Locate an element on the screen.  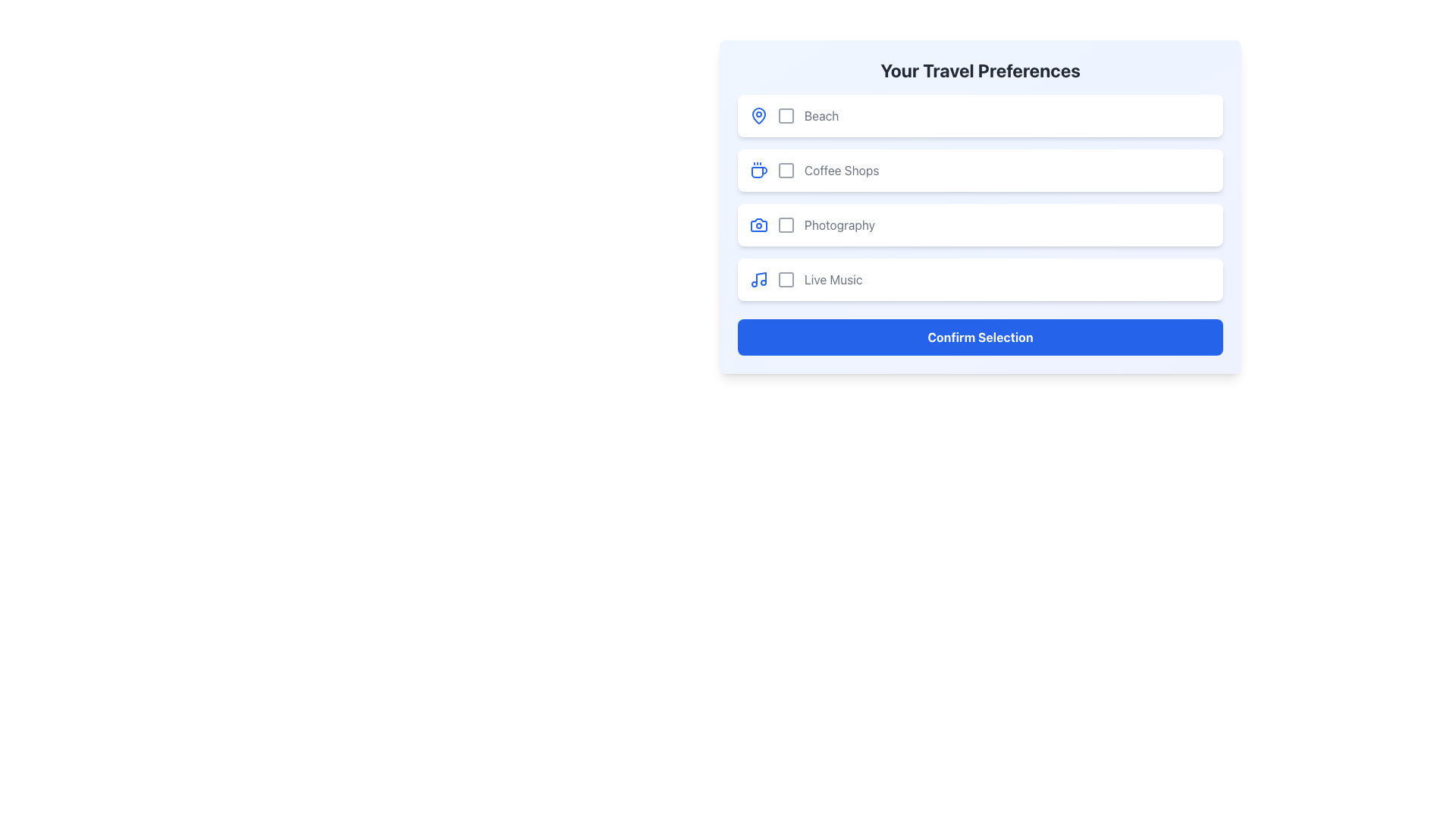
the checkbox for the 'Coffee Shops' list item is located at coordinates (786, 170).